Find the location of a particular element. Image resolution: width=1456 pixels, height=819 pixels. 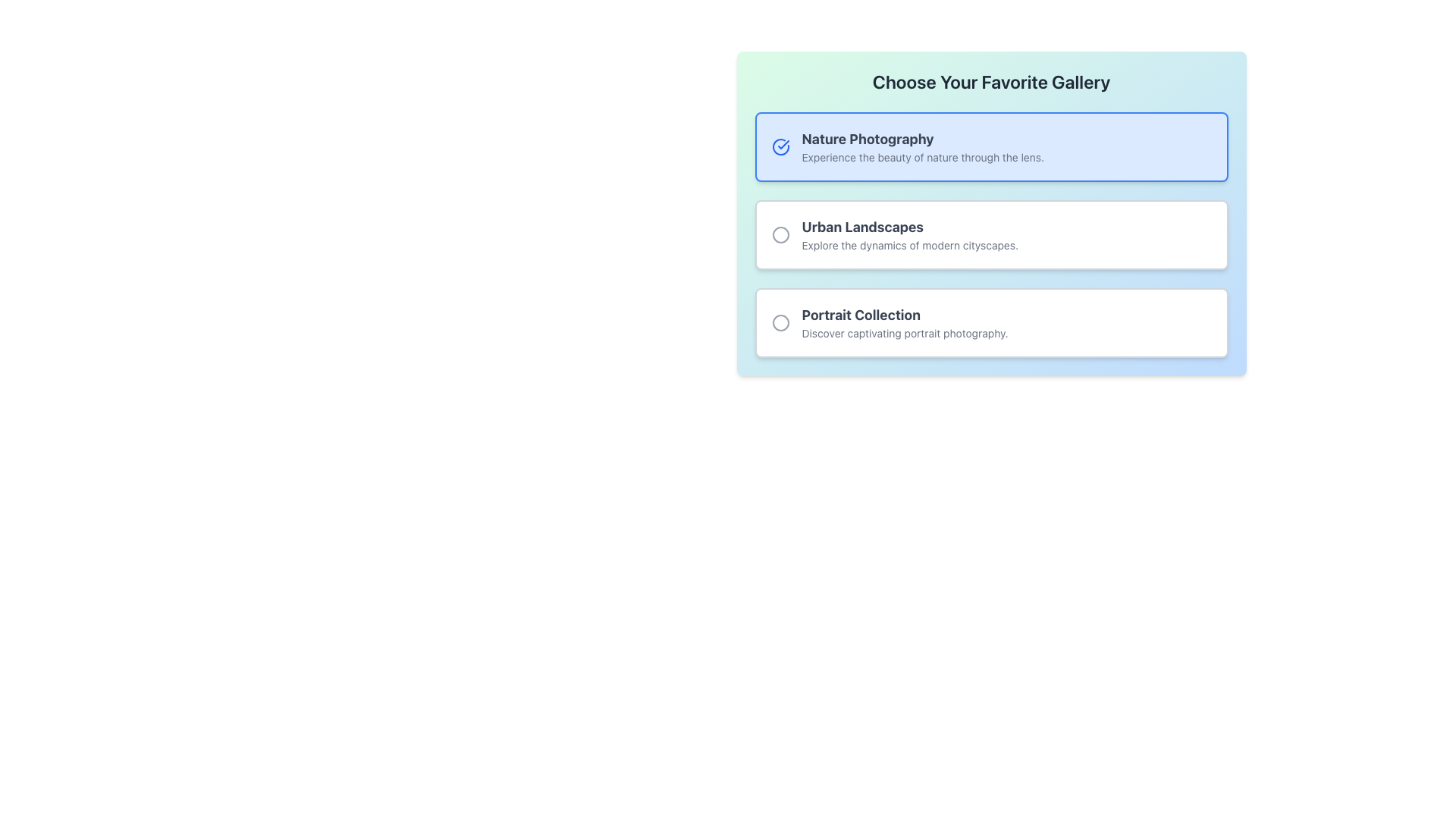

the small gray outlined circle icon located centrally within the 'Urban Landscapes' entry of the SVG graphic indicator is located at coordinates (780, 322).